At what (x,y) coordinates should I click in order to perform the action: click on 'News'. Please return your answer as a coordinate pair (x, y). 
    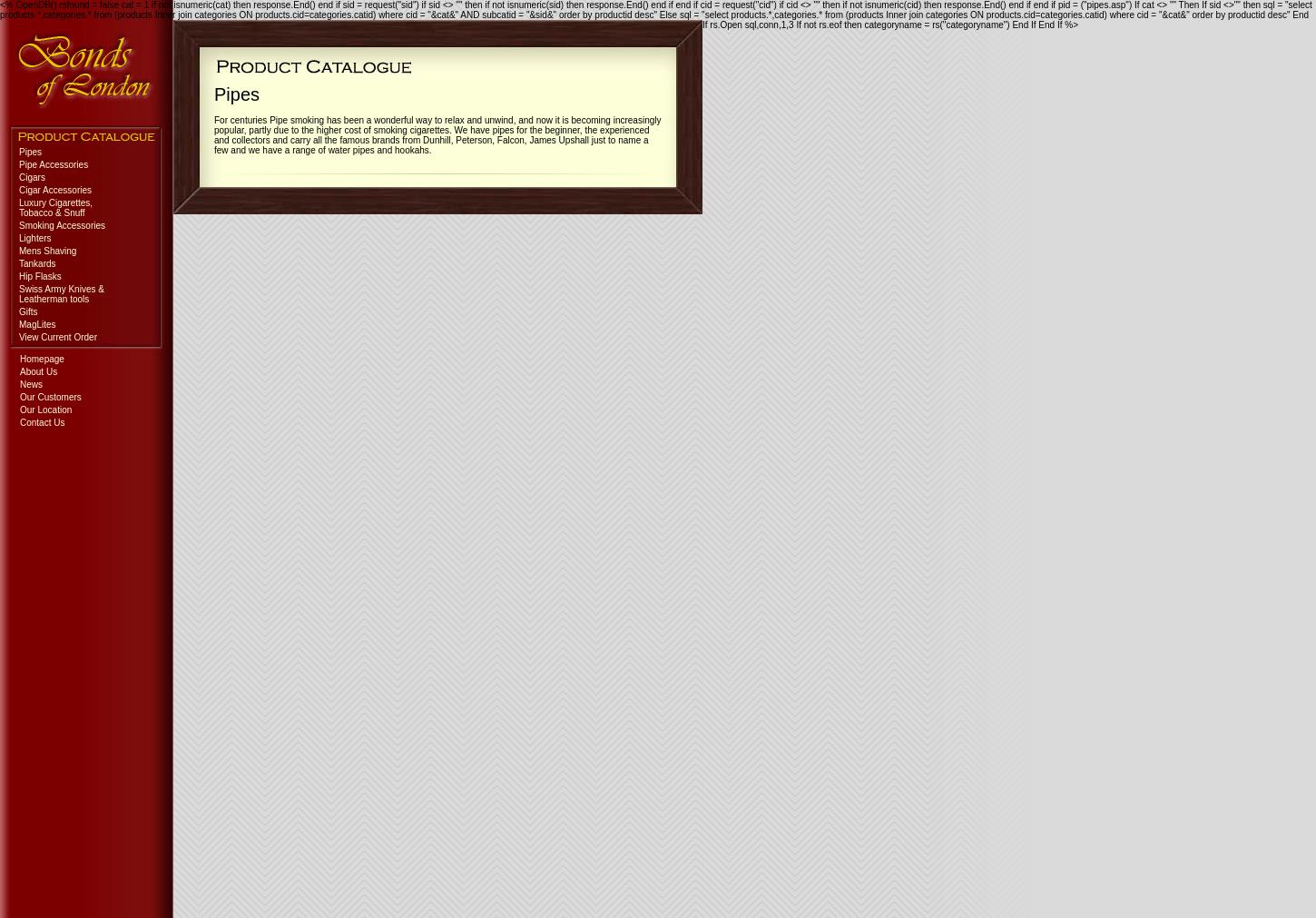
    Looking at the image, I should click on (20, 383).